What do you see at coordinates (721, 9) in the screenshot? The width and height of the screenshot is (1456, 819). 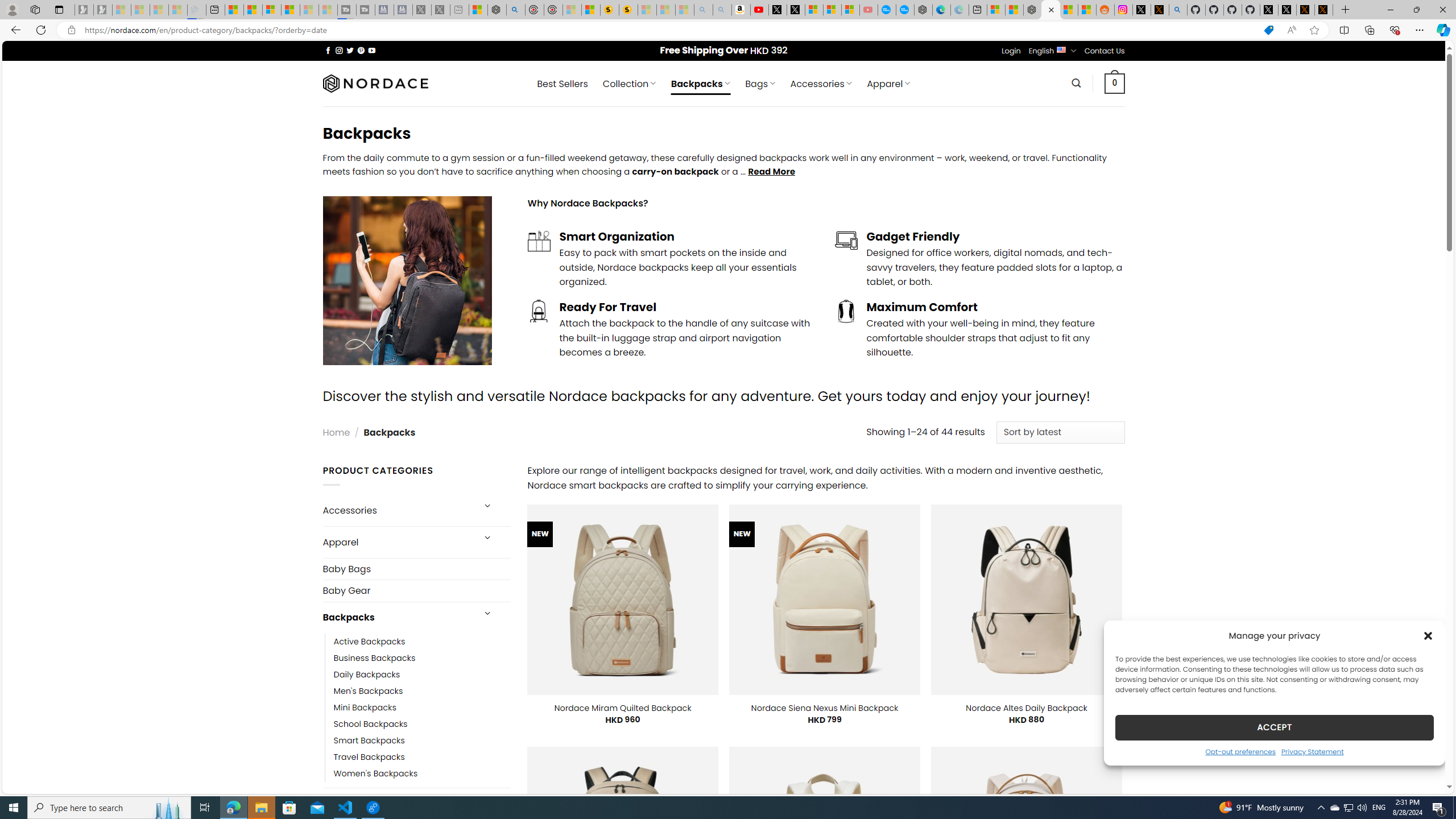 I see `'Amazon Echo Dot PNG - Search Images - Sleeping'` at bounding box center [721, 9].